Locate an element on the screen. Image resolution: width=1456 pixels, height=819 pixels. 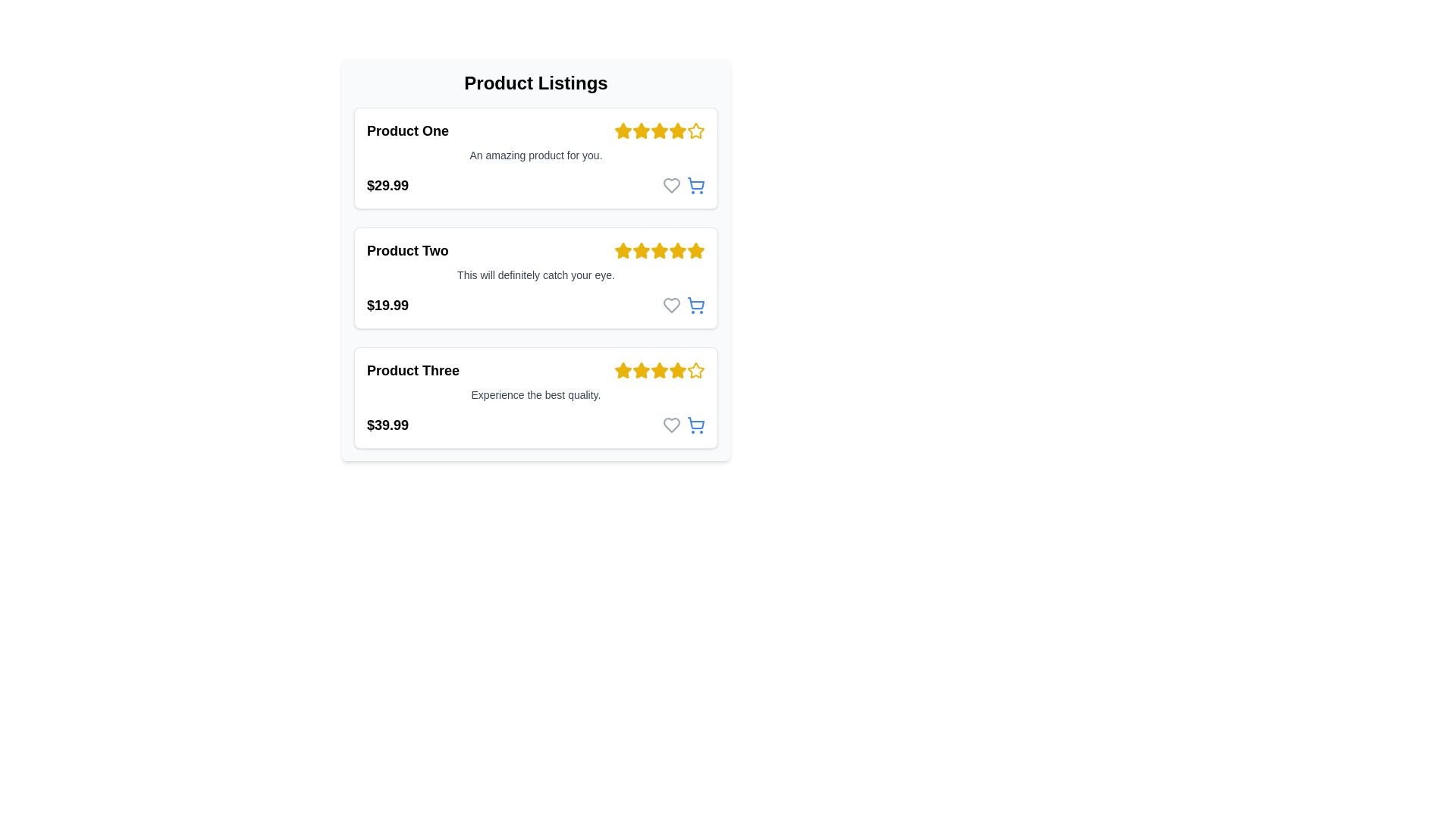
the prominent bold text label displaying '$19.99' located below the product description in the second product listing card is located at coordinates (388, 305).